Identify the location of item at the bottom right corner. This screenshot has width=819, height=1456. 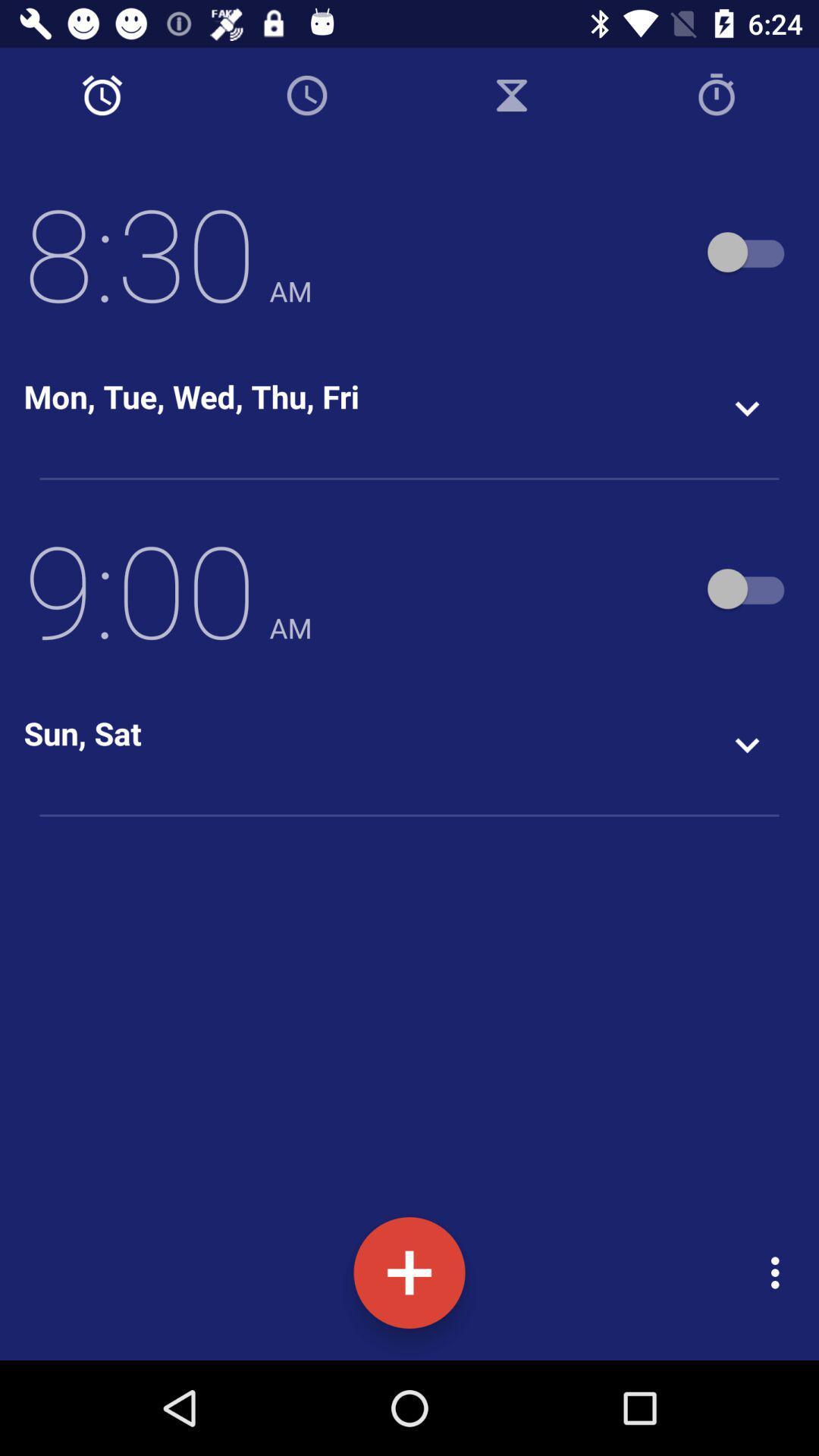
(779, 1272).